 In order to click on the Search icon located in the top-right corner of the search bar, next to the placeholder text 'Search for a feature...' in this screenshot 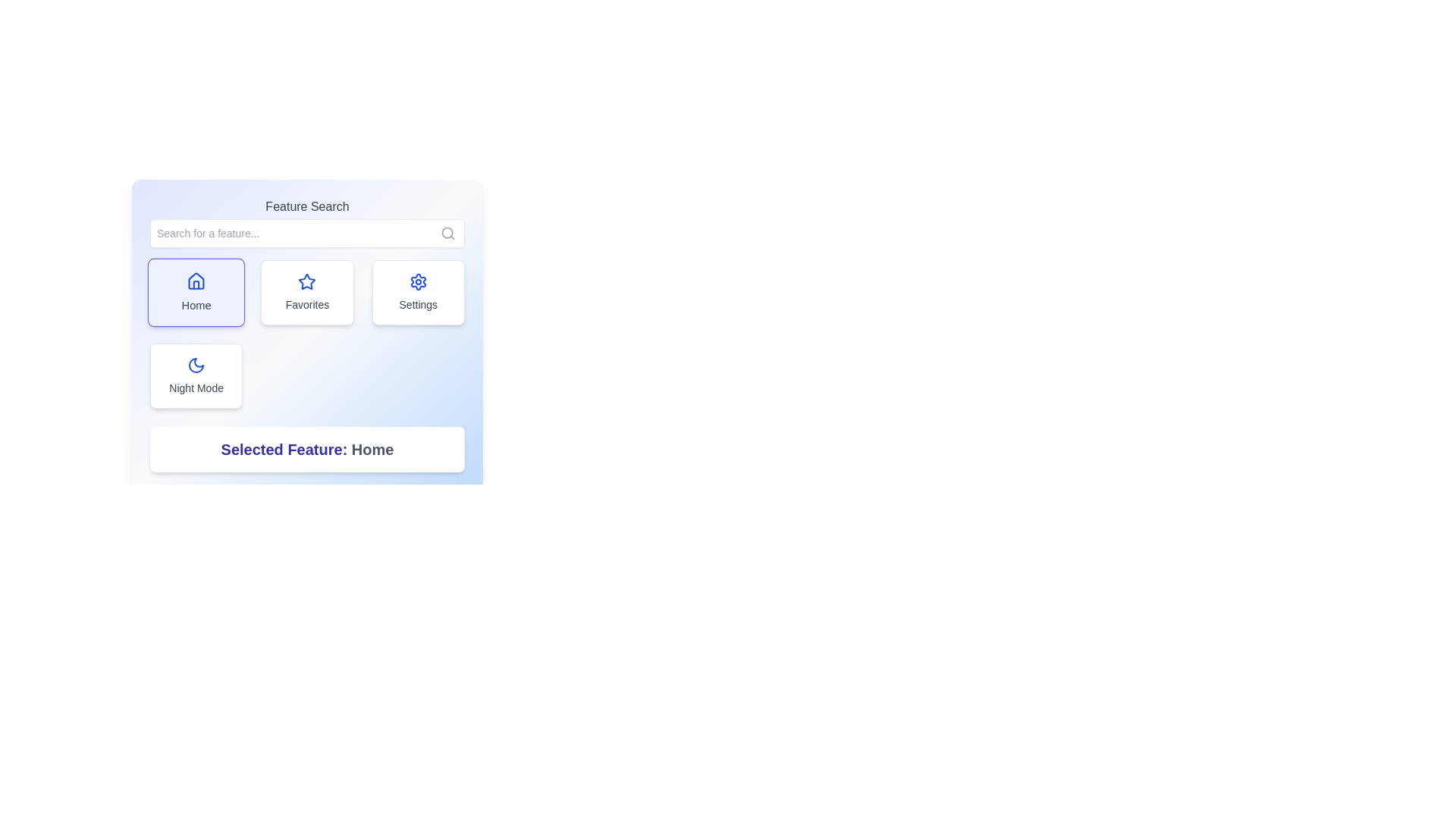, I will do `click(447, 234)`.